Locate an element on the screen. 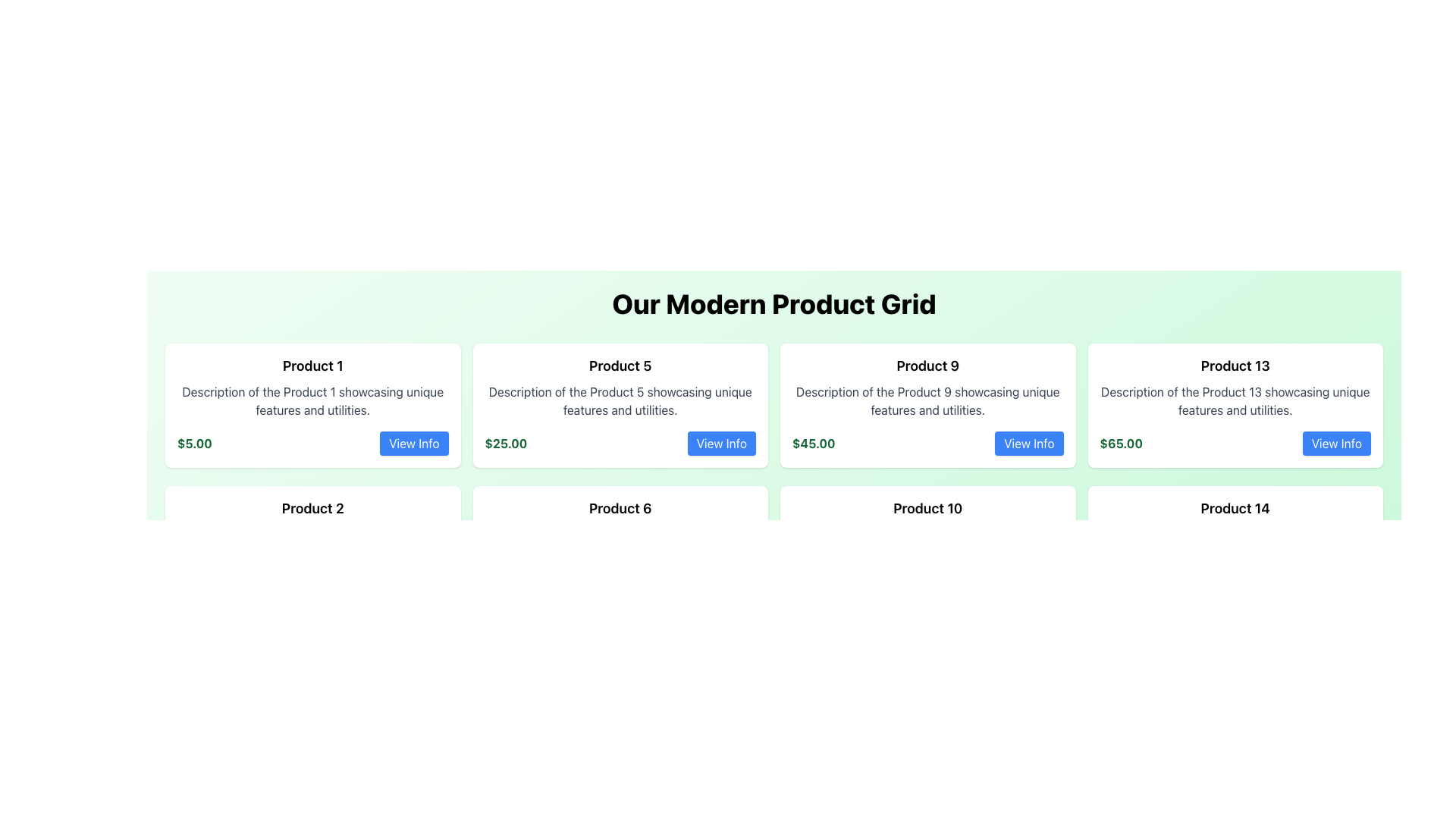 The height and width of the screenshot is (819, 1456). the blue 'View Info' button with white text located in the bottom-right corner of the 'Product 13' card is located at coordinates (1336, 444).